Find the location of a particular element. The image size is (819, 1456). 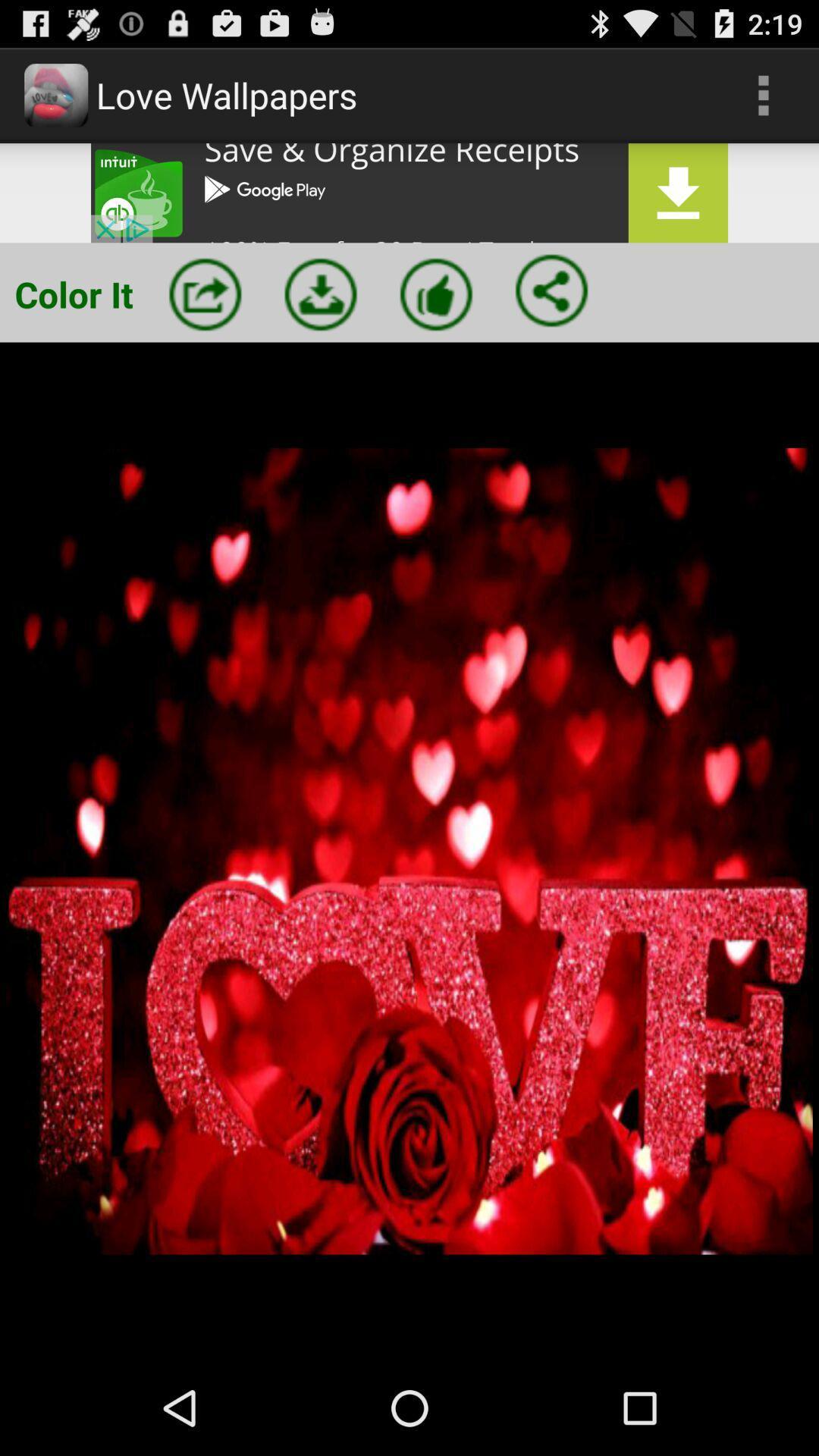

launch advertisement is located at coordinates (409, 192).